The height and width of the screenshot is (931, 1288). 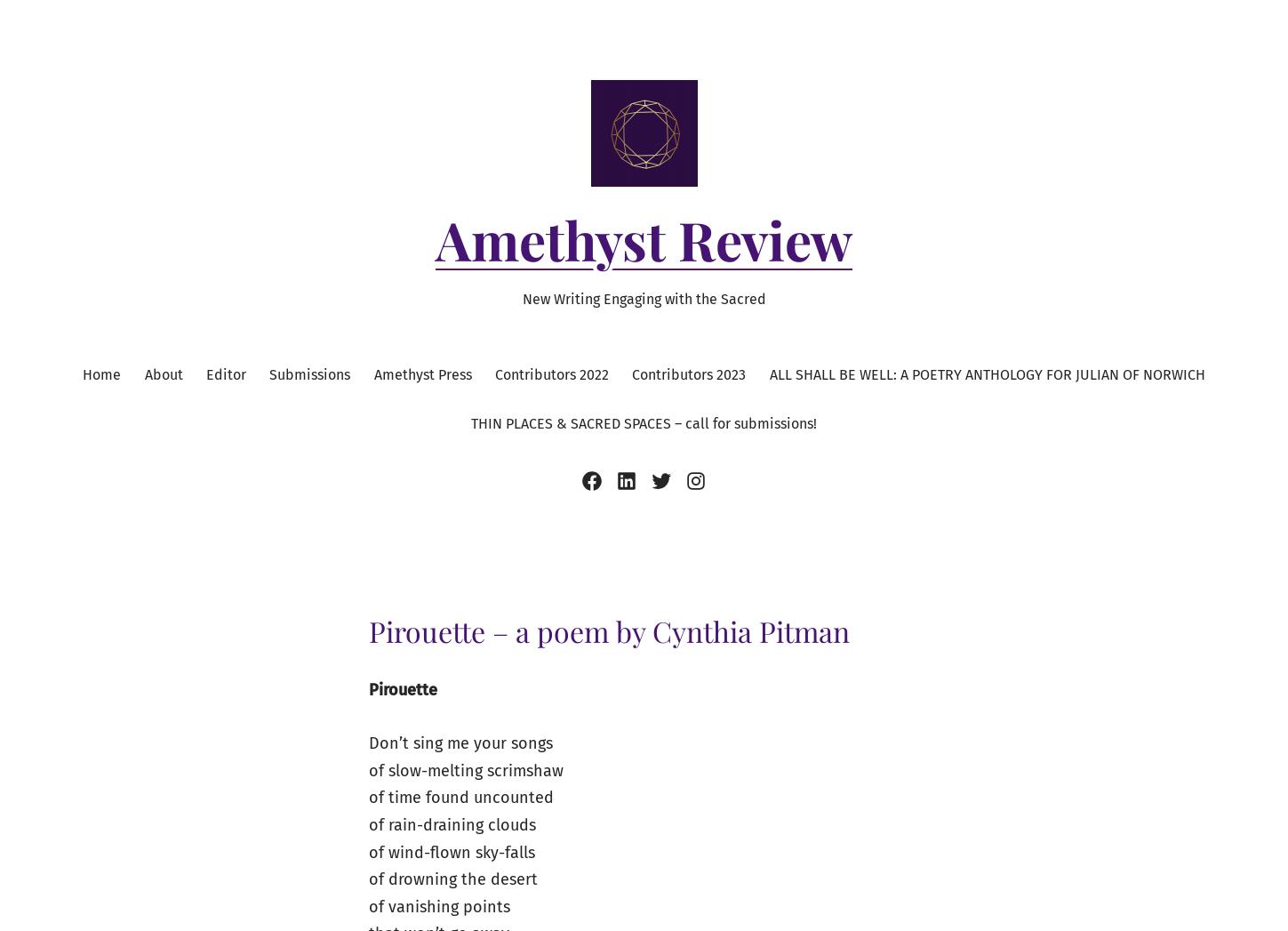 I want to click on 'New Writing Engaging with the Sacred', so click(x=644, y=299).